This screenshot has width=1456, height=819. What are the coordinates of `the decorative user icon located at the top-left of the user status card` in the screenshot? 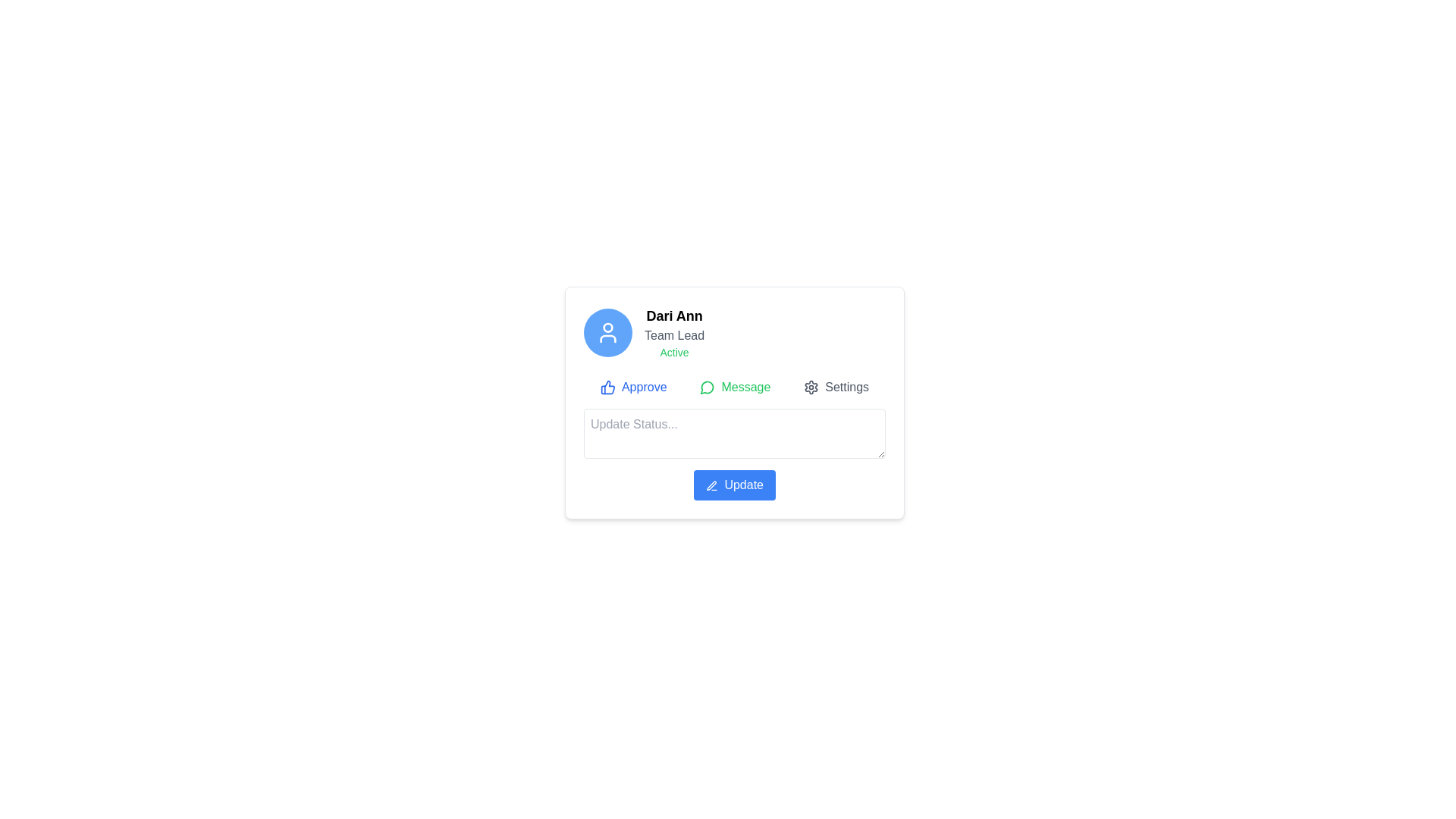 It's located at (607, 338).